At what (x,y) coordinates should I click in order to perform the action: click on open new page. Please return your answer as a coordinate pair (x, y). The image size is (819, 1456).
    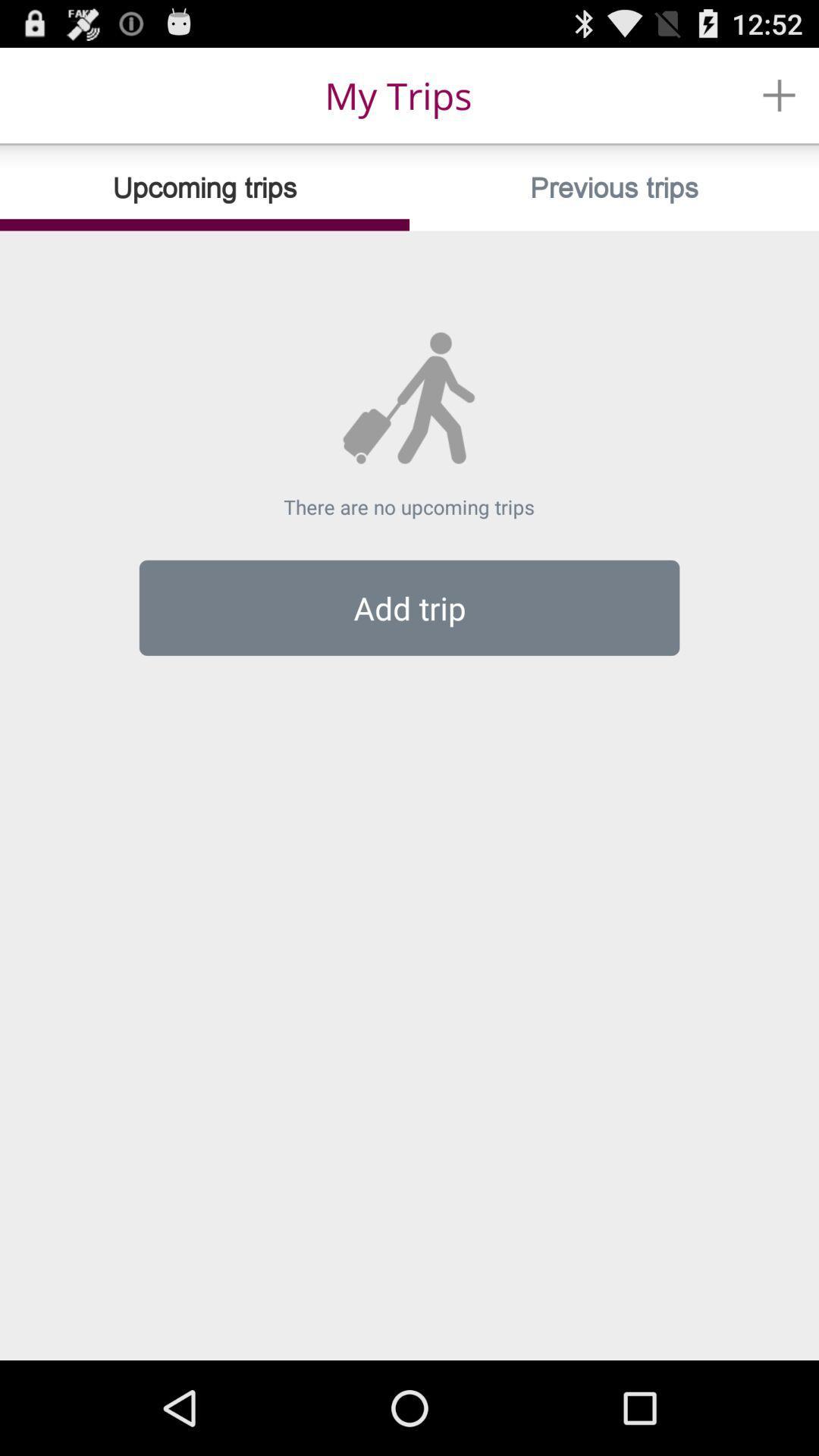
    Looking at the image, I should click on (779, 94).